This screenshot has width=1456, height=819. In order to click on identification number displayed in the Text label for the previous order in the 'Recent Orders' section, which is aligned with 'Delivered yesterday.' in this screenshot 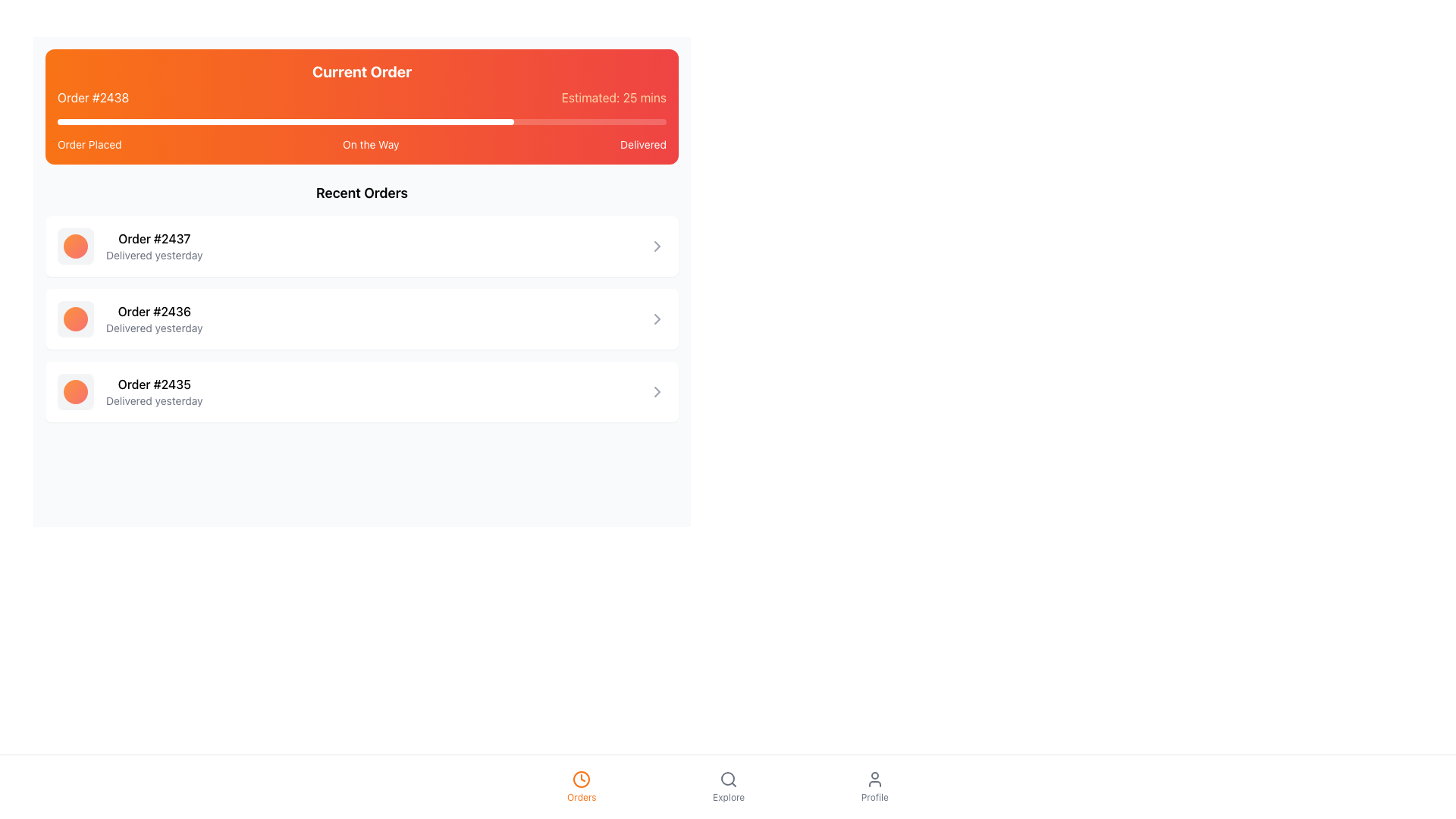, I will do `click(154, 239)`.